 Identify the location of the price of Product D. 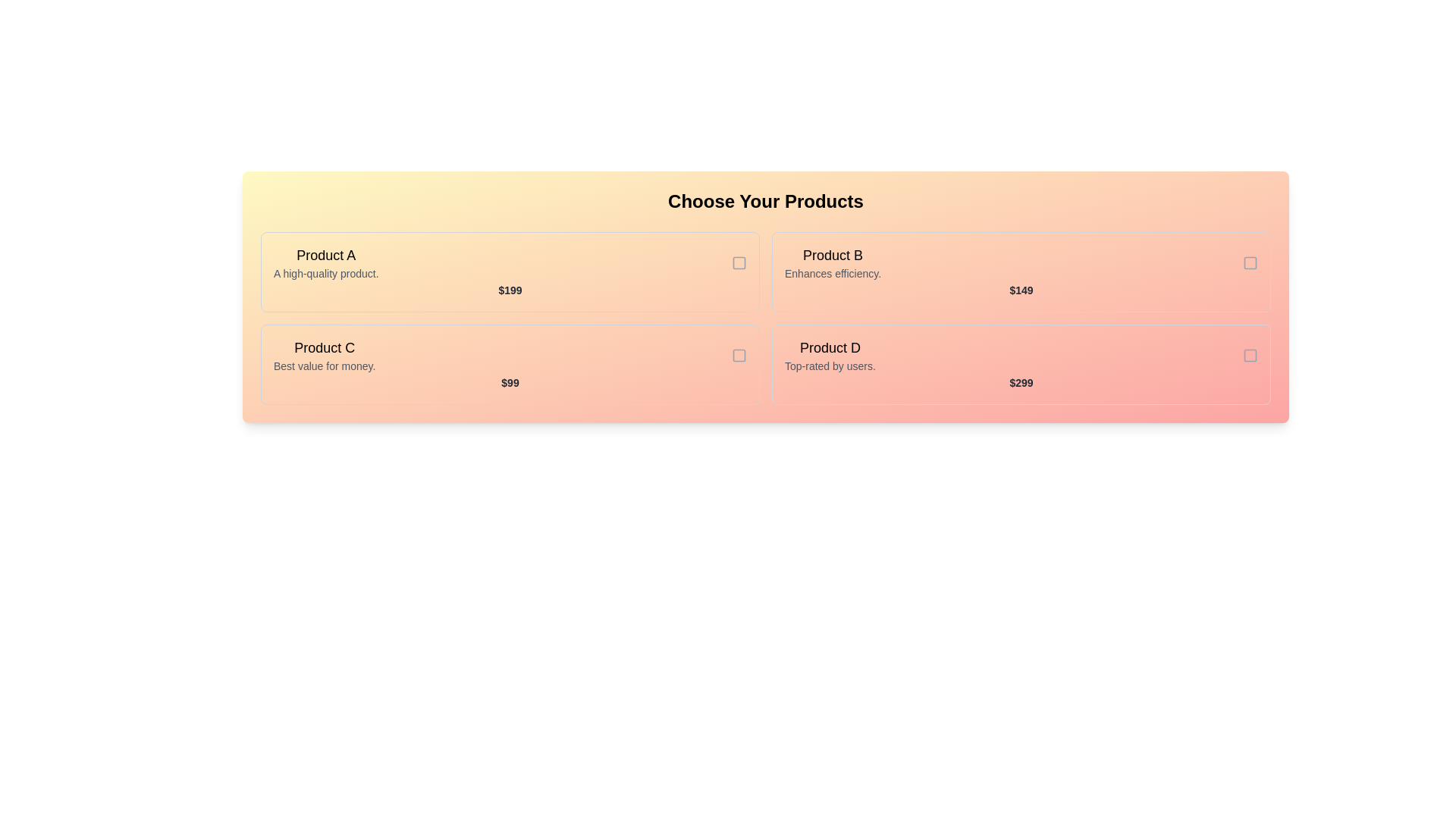
(1021, 382).